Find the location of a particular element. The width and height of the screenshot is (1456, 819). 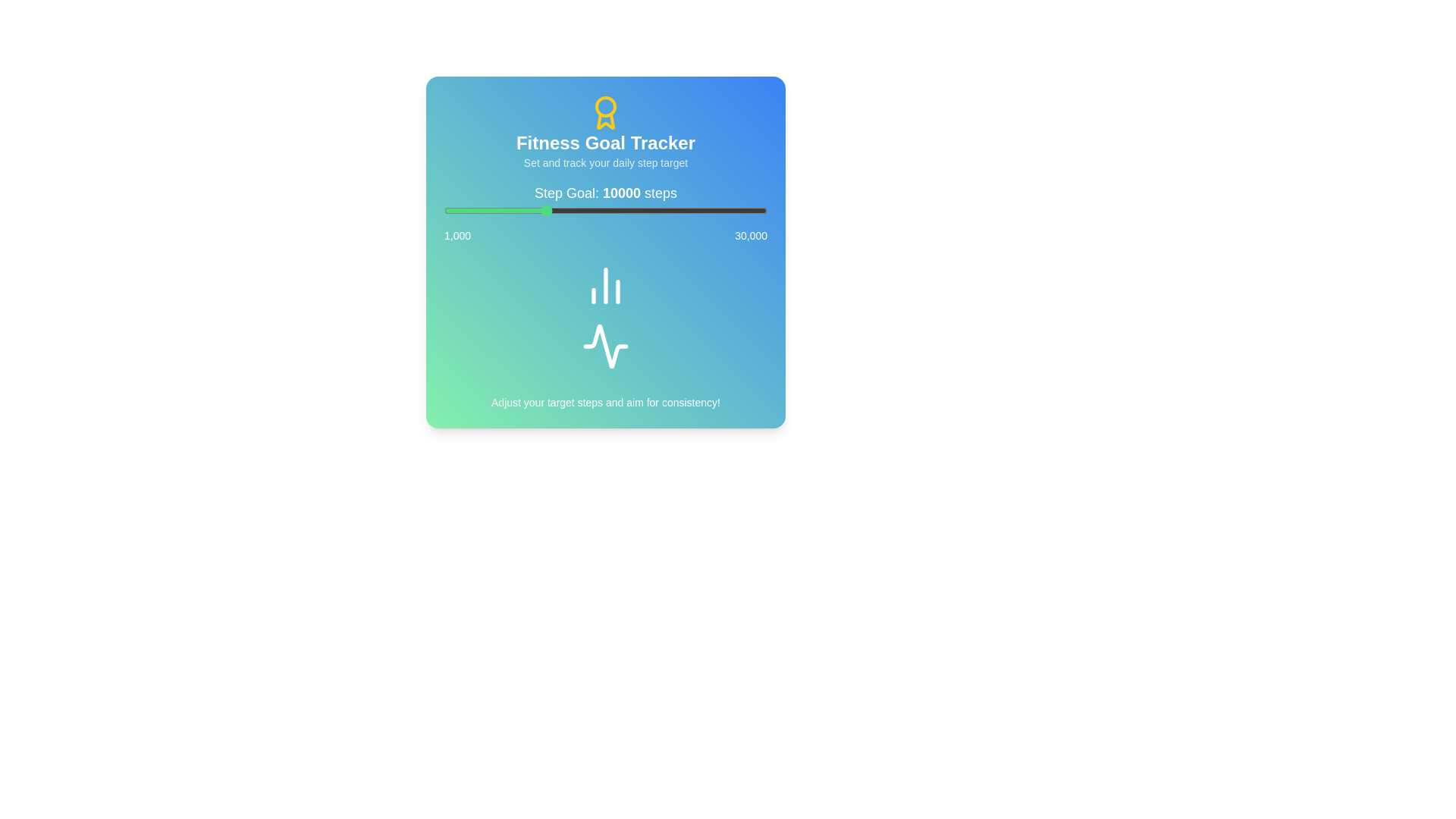

the step goal to 3745 steps using the slider is located at coordinates (474, 210).